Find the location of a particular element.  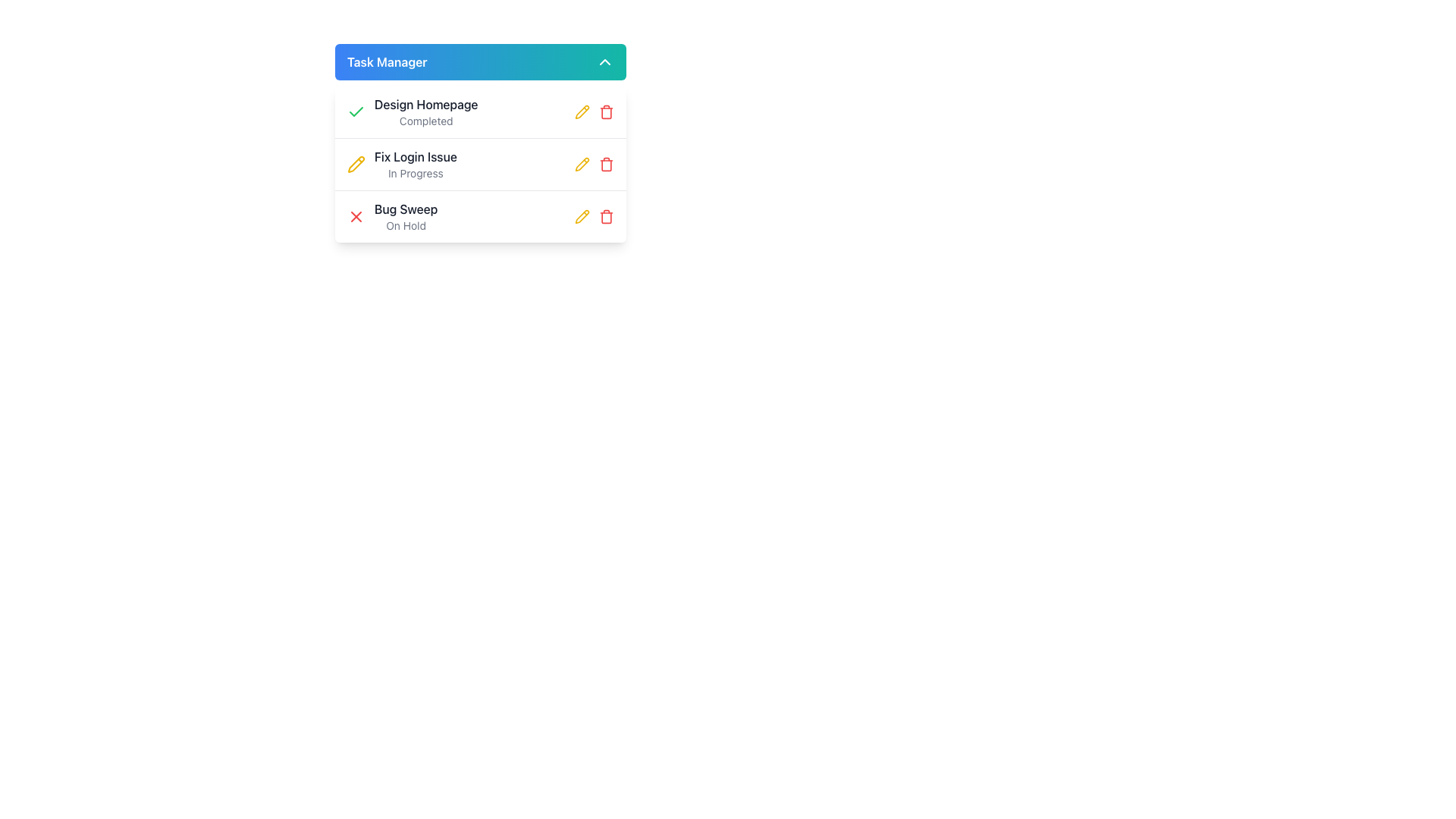

to select the first task item in the task manager interface, which displays the name 'Design Homepage' and its status 'Completed', positioned to the right of a green checkmark icon is located at coordinates (425, 111).